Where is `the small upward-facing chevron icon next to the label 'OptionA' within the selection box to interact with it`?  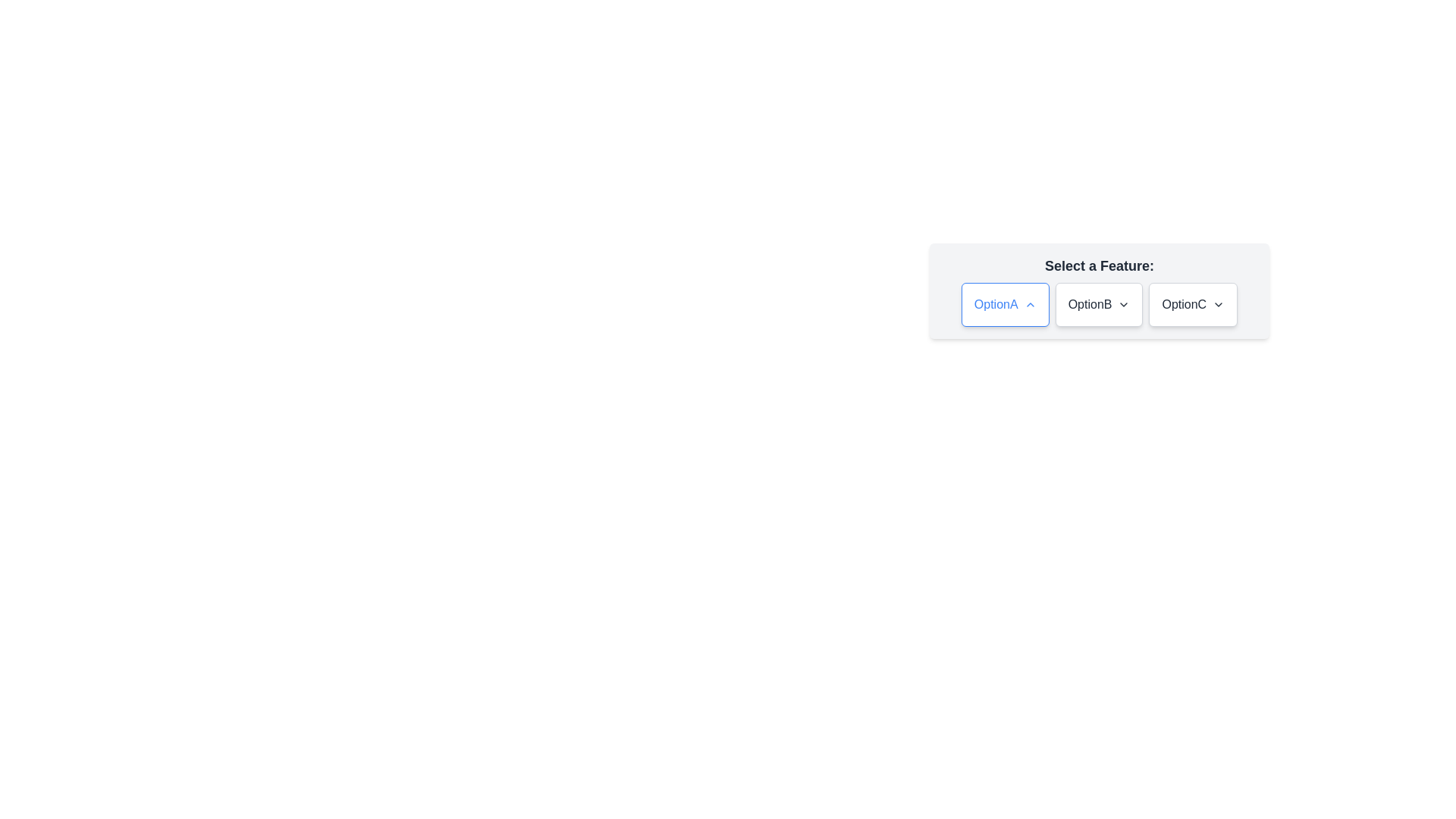
the small upward-facing chevron icon next to the label 'OptionA' within the selection box to interact with it is located at coordinates (1030, 304).